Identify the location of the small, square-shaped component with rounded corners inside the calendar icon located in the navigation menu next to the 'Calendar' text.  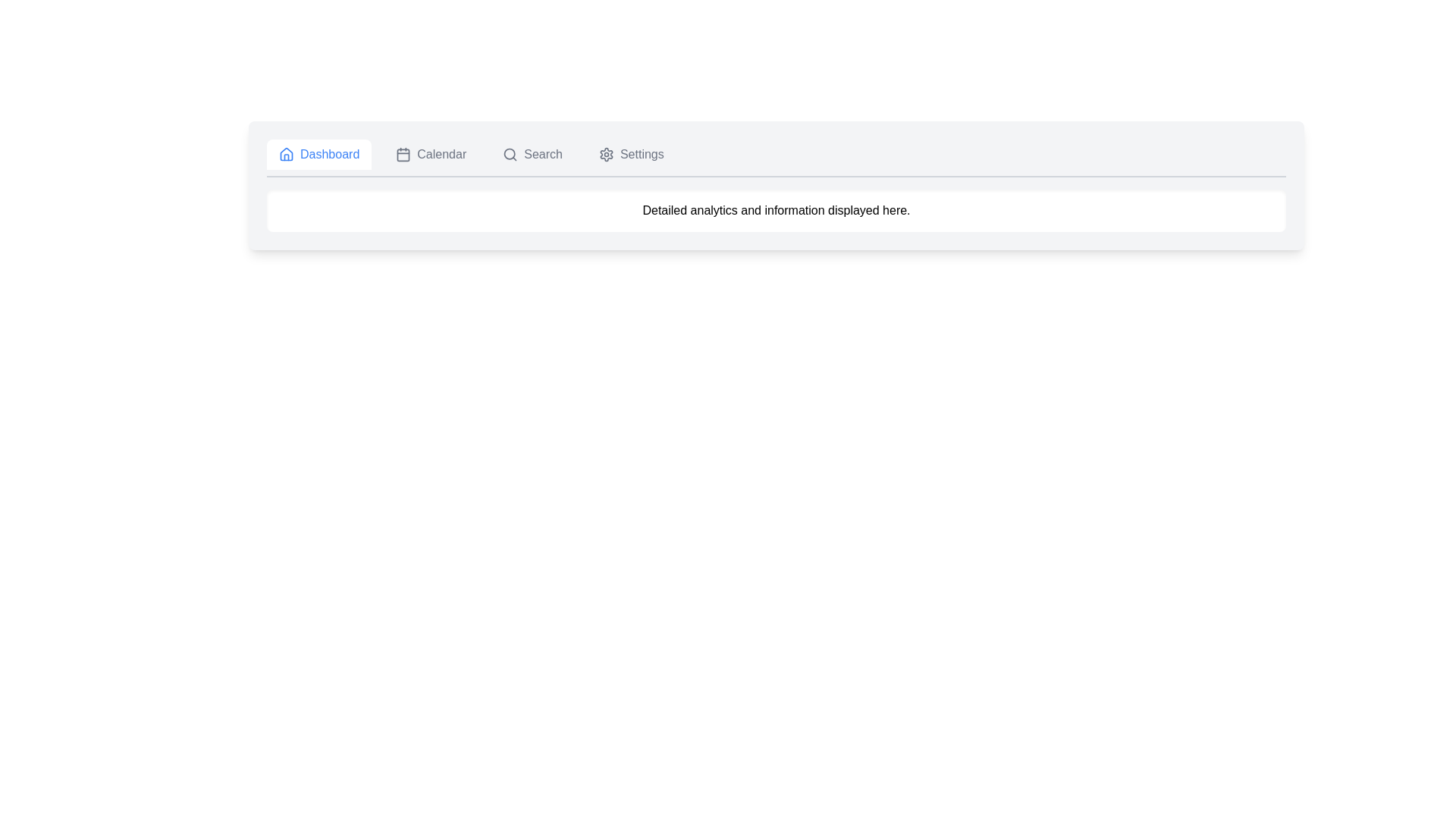
(403, 155).